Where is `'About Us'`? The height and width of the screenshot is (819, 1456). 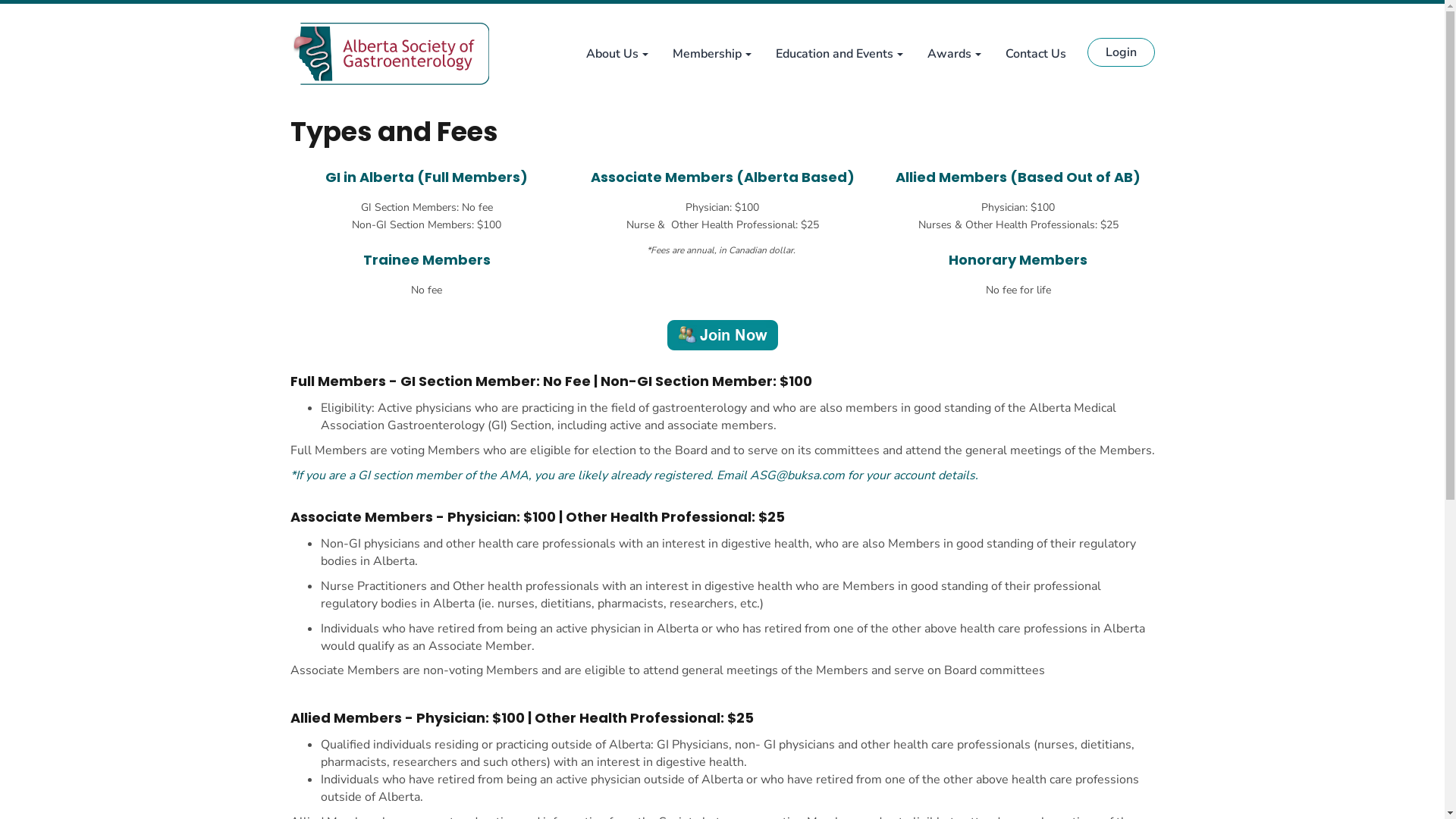
'About Us' is located at coordinates (572, 52).